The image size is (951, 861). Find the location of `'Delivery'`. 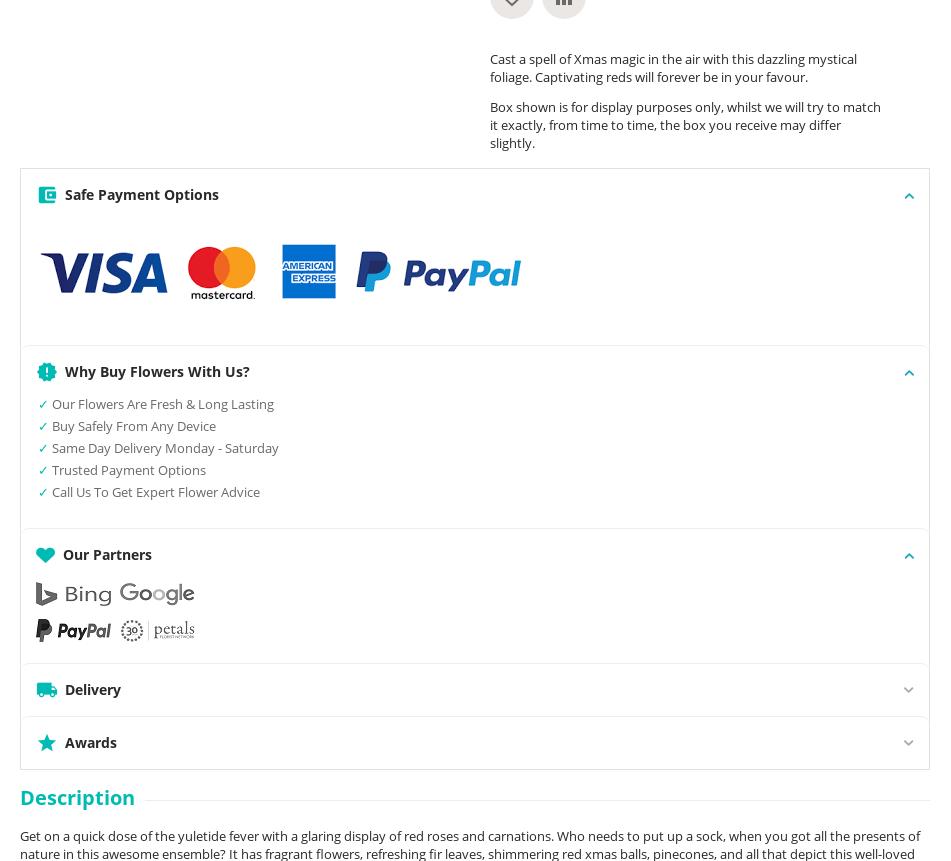

'Delivery' is located at coordinates (93, 688).